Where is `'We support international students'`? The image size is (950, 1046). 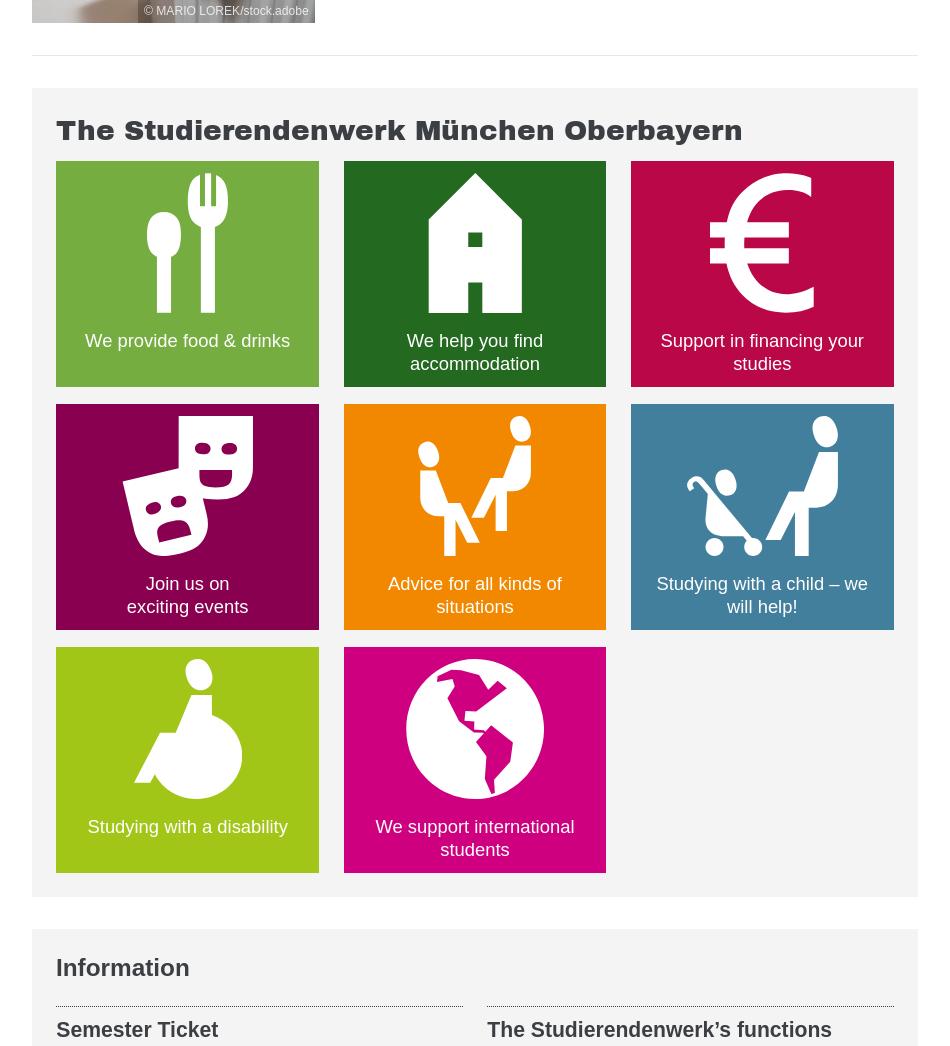
'We support international students' is located at coordinates (373, 836).